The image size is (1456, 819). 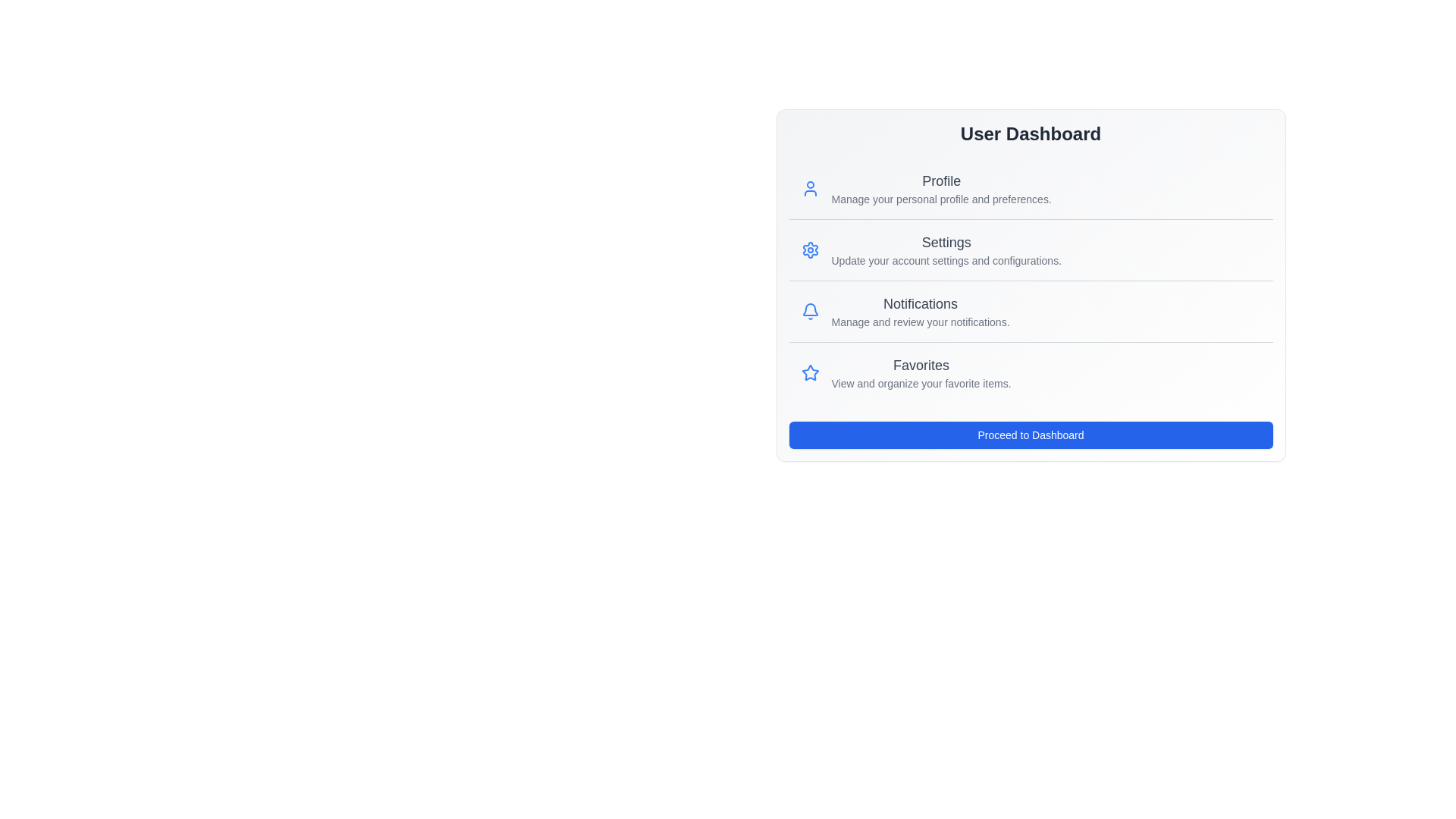 I want to click on the vertical navigation menu located in the User Dashboard, positioned centrally below the title and above the Proceed to Dashboard button, so click(x=1031, y=281).